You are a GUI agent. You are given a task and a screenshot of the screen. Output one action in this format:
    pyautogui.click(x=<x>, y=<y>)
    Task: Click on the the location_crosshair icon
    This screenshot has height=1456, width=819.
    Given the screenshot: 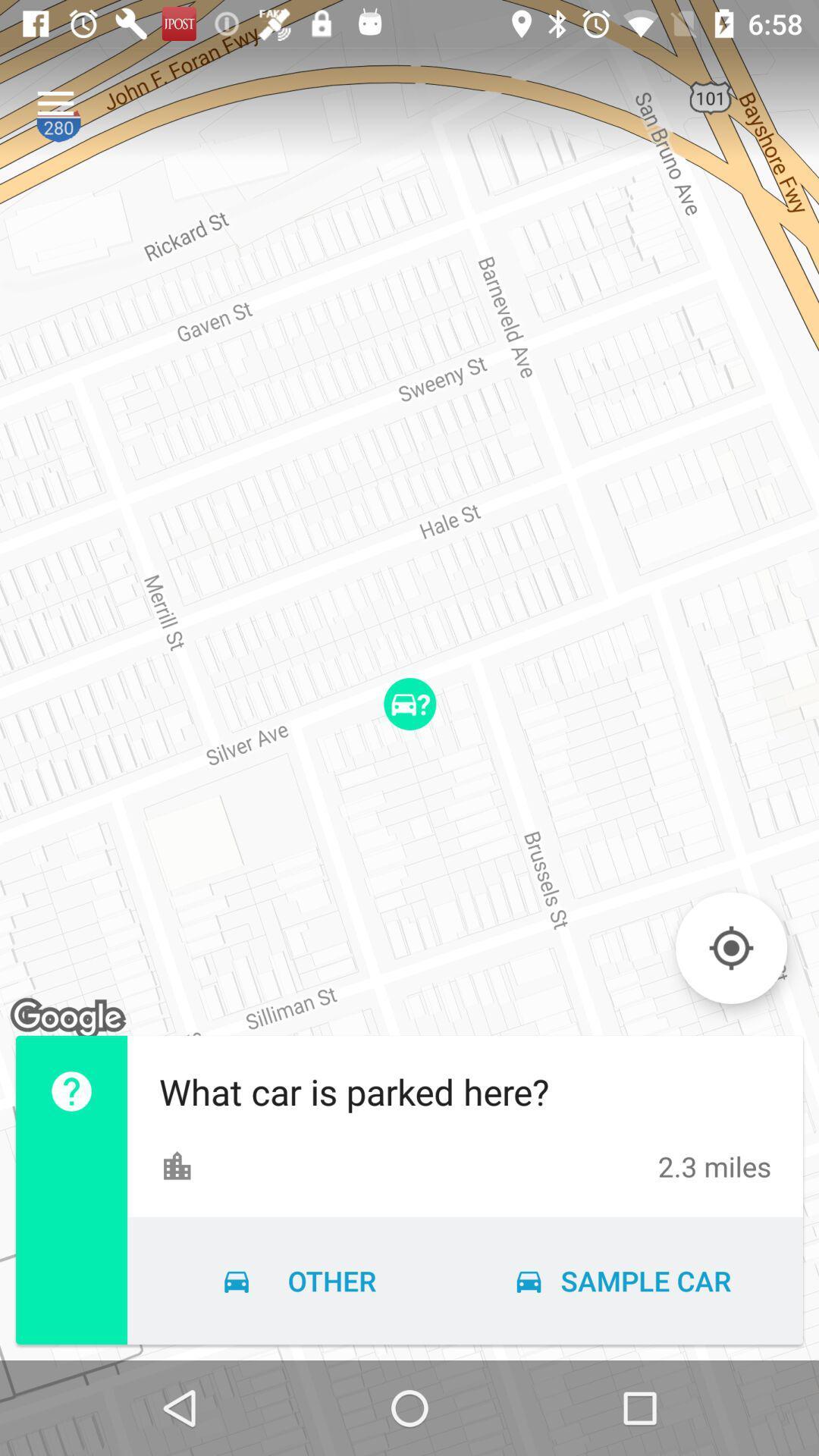 What is the action you would take?
    pyautogui.click(x=730, y=947)
    